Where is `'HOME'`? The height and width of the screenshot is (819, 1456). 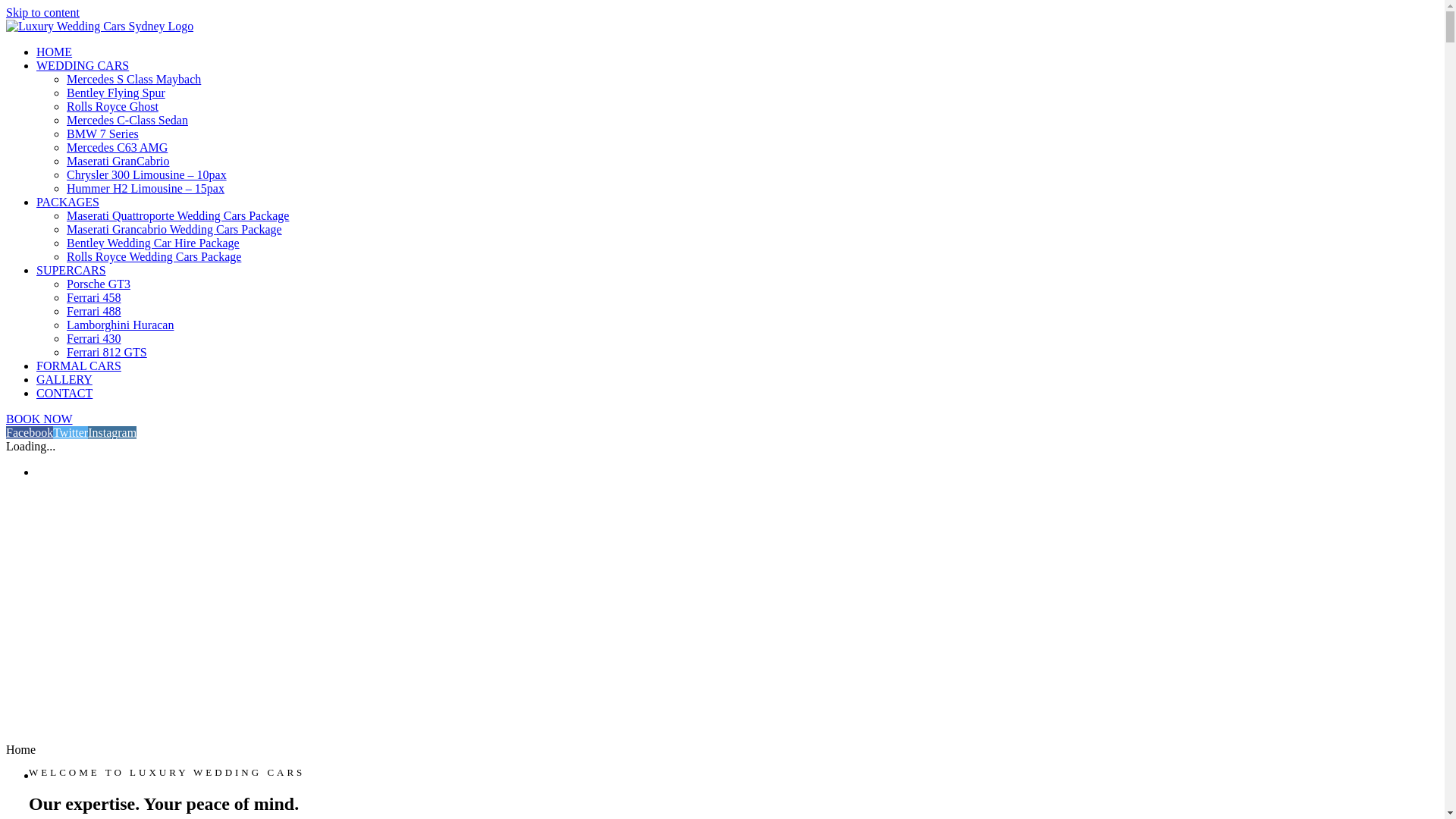
'HOME' is located at coordinates (36, 51).